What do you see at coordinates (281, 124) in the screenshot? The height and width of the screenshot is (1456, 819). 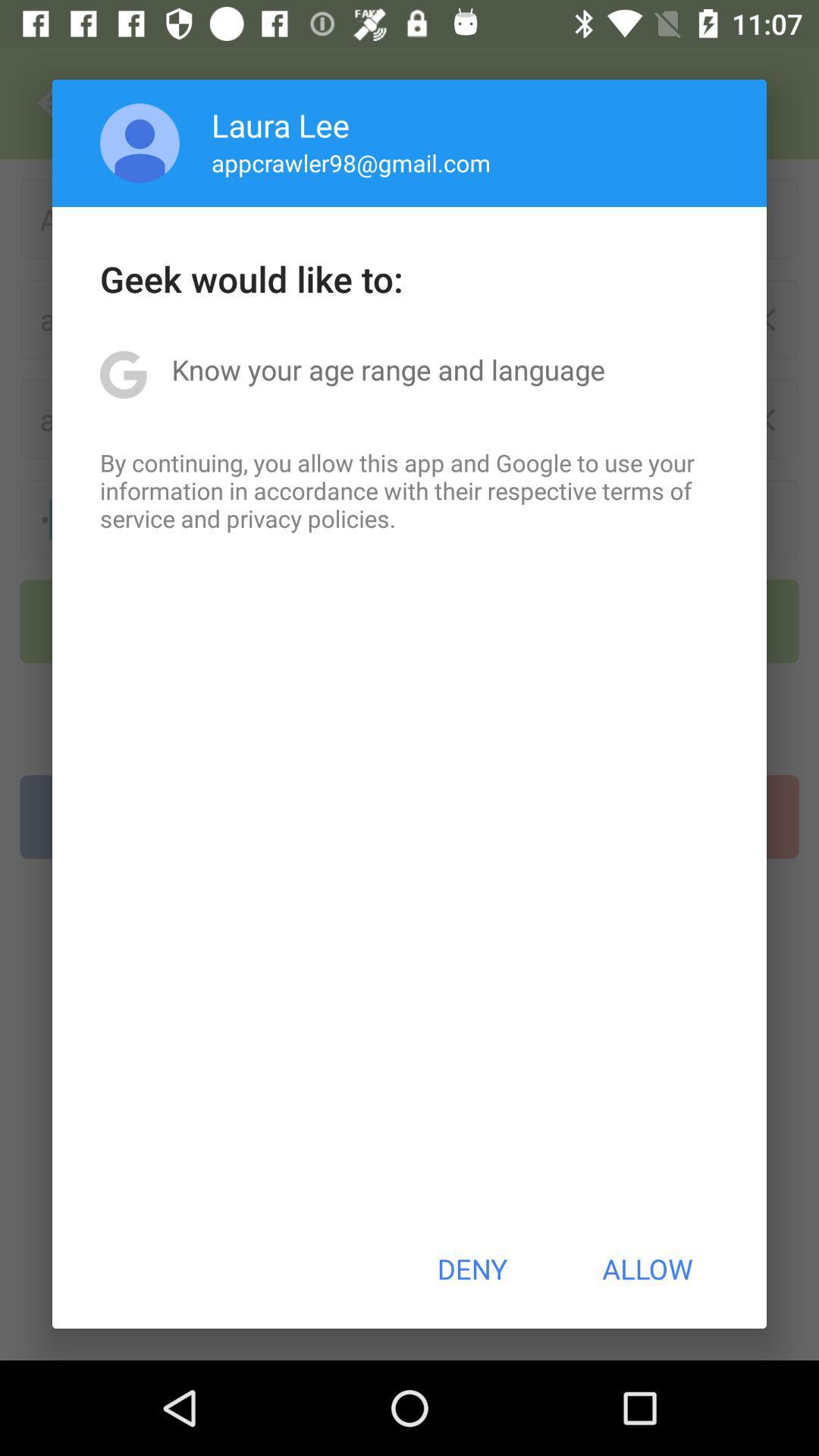 I see `the icon above appcrawler98@gmail.com icon` at bounding box center [281, 124].